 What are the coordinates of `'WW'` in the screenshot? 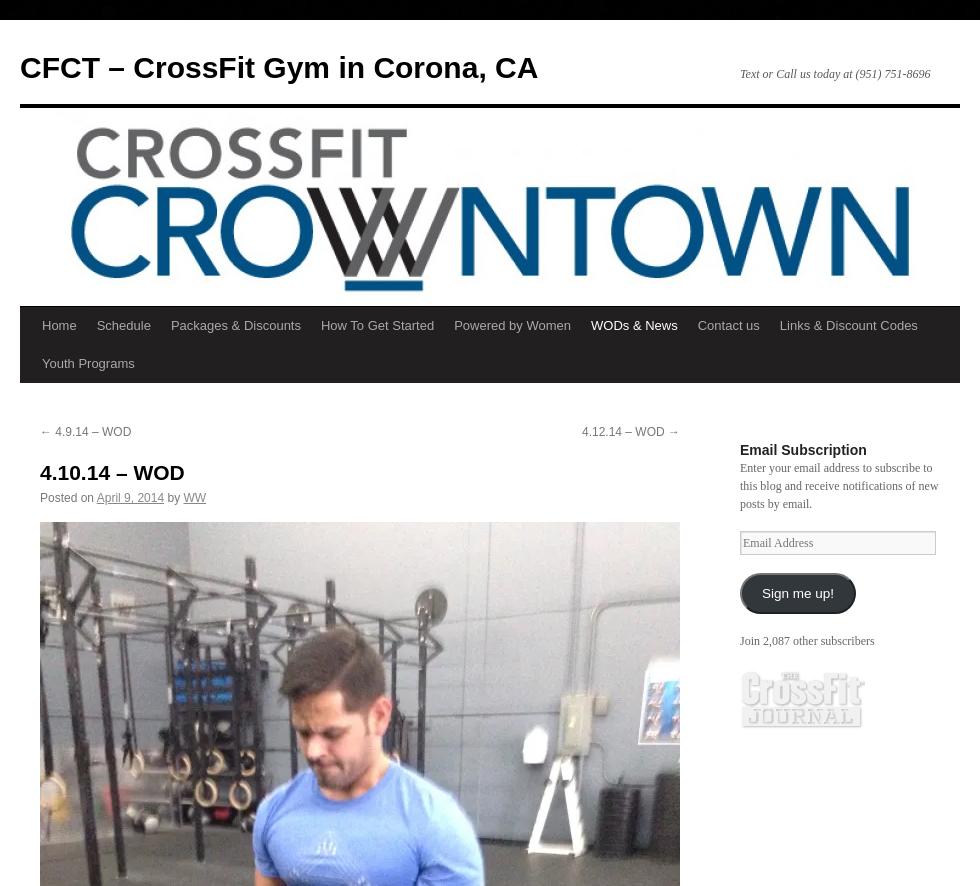 It's located at (194, 497).